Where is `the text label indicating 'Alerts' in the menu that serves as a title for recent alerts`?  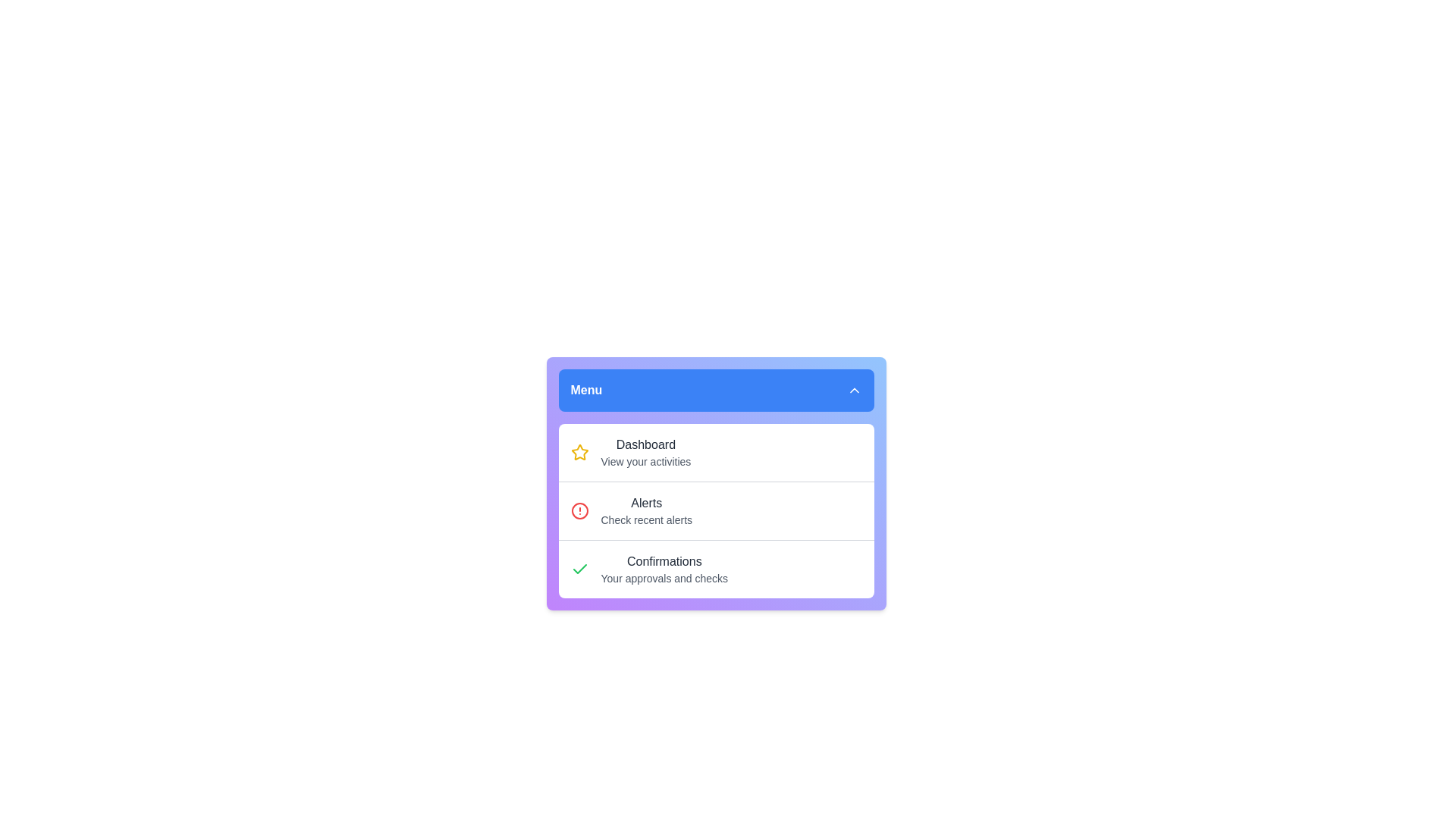 the text label indicating 'Alerts' in the menu that serves as a title for recent alerts is located at coordinates (646, 503).